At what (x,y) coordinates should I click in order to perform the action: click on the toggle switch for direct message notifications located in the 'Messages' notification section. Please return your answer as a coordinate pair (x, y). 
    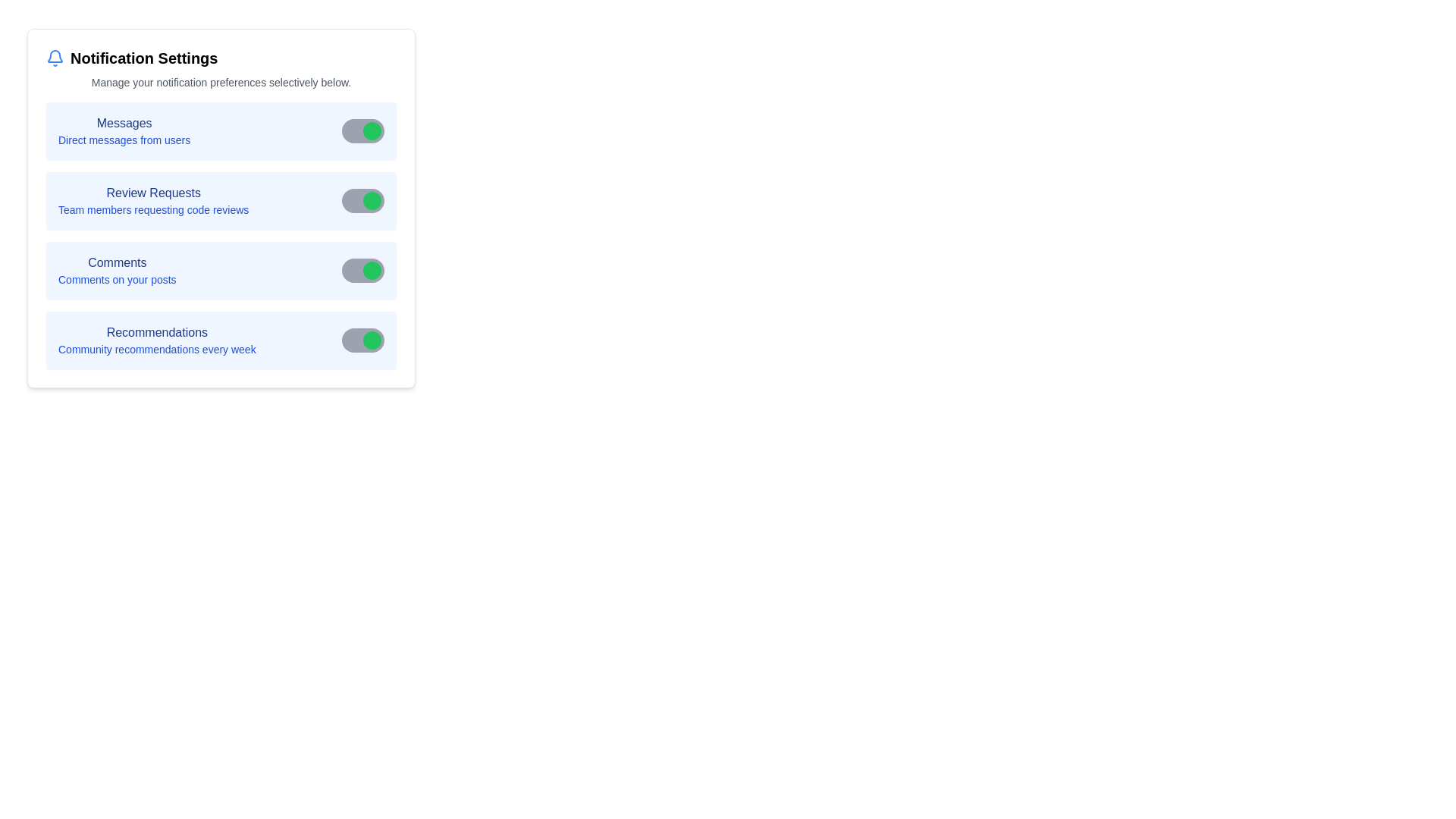
    Looking at the image, I should click on (362, 130).